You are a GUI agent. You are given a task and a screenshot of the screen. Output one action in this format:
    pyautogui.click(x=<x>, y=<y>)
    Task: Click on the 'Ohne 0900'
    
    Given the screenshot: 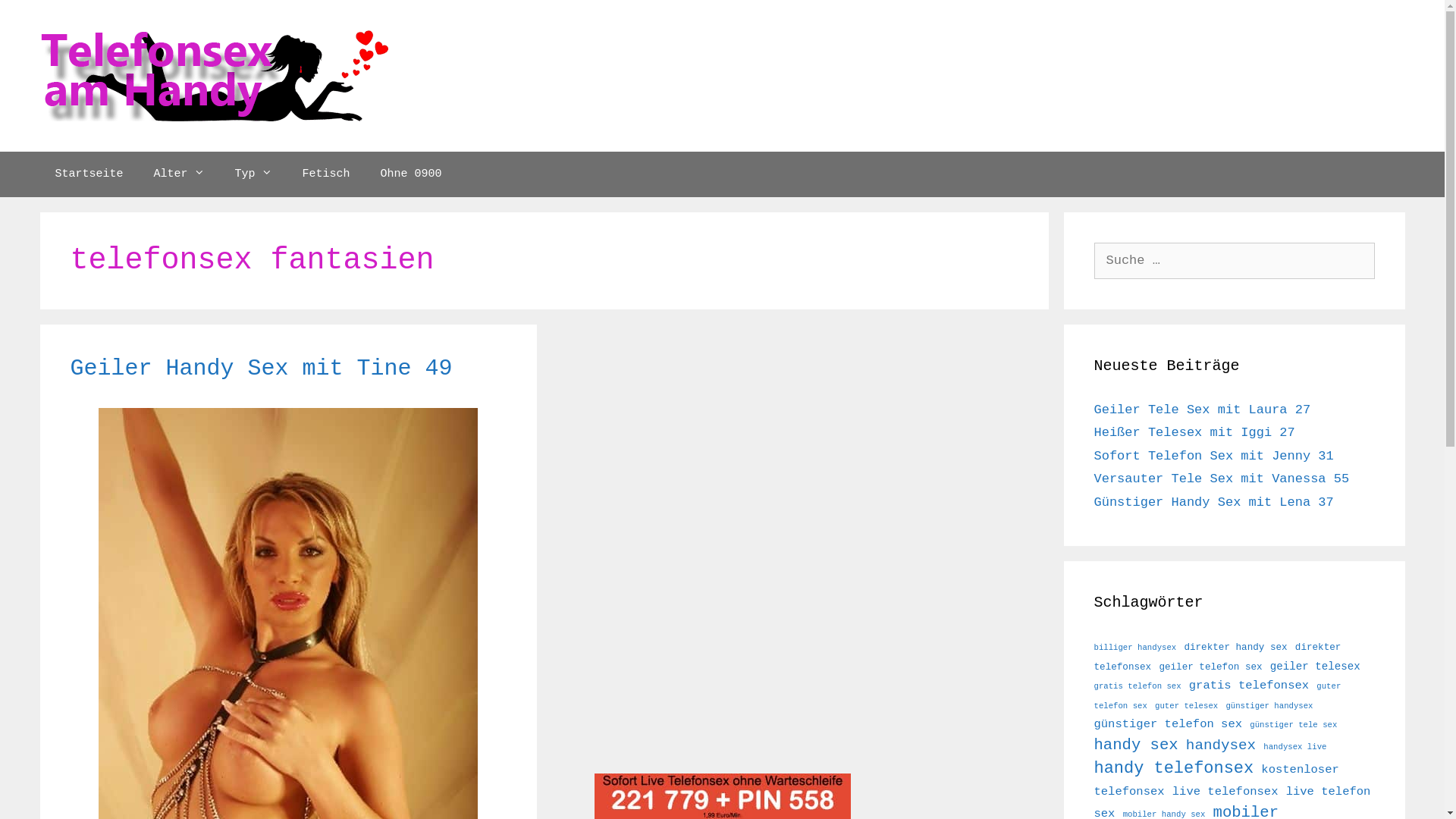 What is the action you would take?
    pyautogui.click(x=411, y=174)
    